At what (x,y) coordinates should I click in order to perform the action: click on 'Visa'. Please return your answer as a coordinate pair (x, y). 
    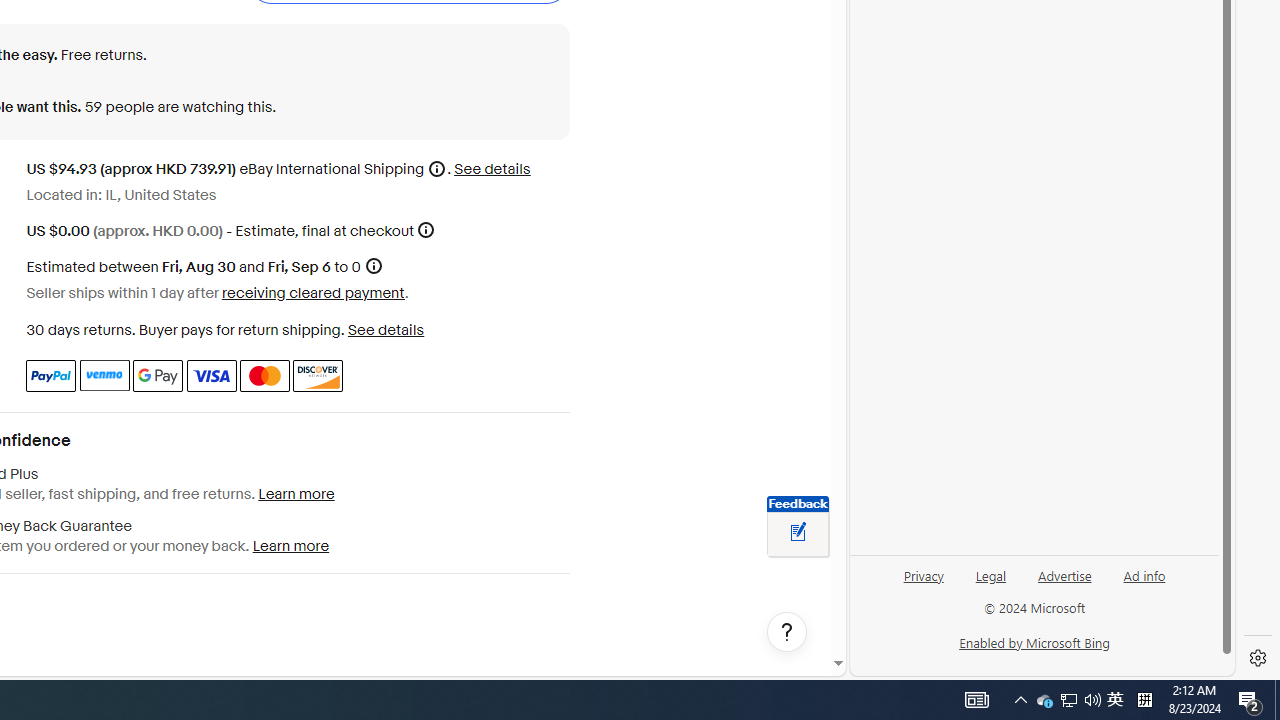
    Looking at the image, I should click on (211, 375).